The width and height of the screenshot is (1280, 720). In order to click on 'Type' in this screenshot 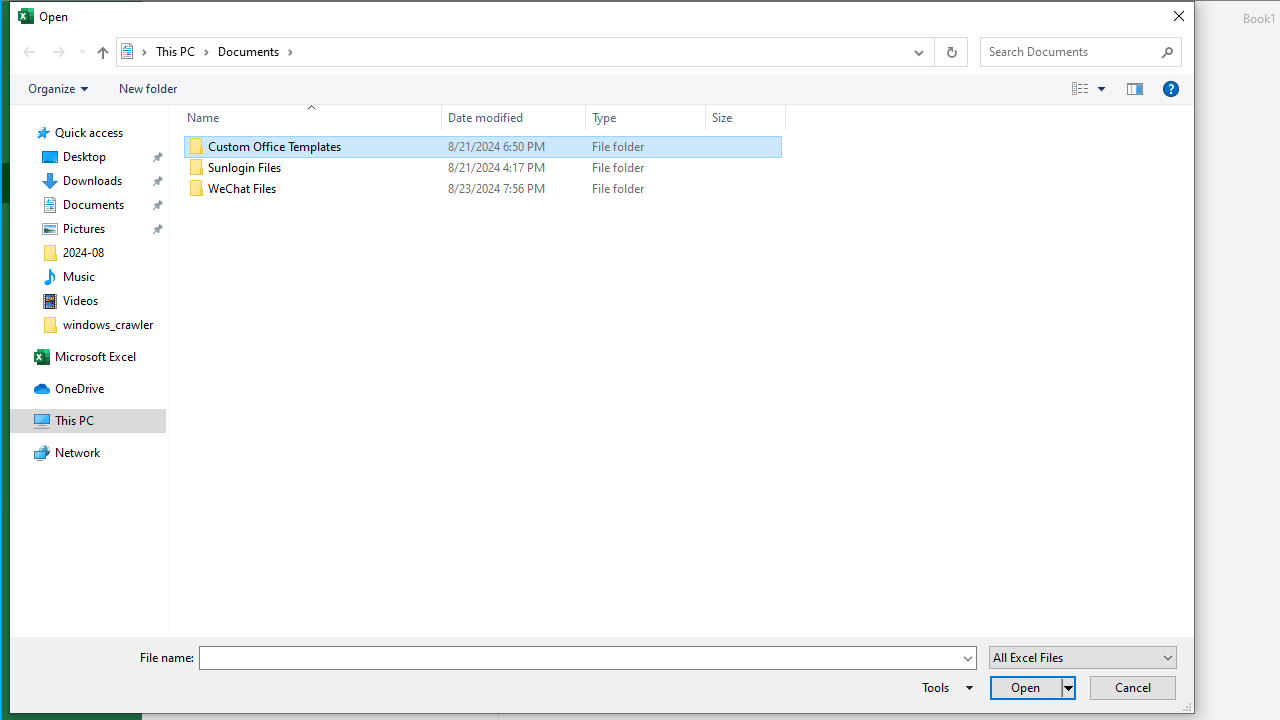, I will do `click(646, 117)`.